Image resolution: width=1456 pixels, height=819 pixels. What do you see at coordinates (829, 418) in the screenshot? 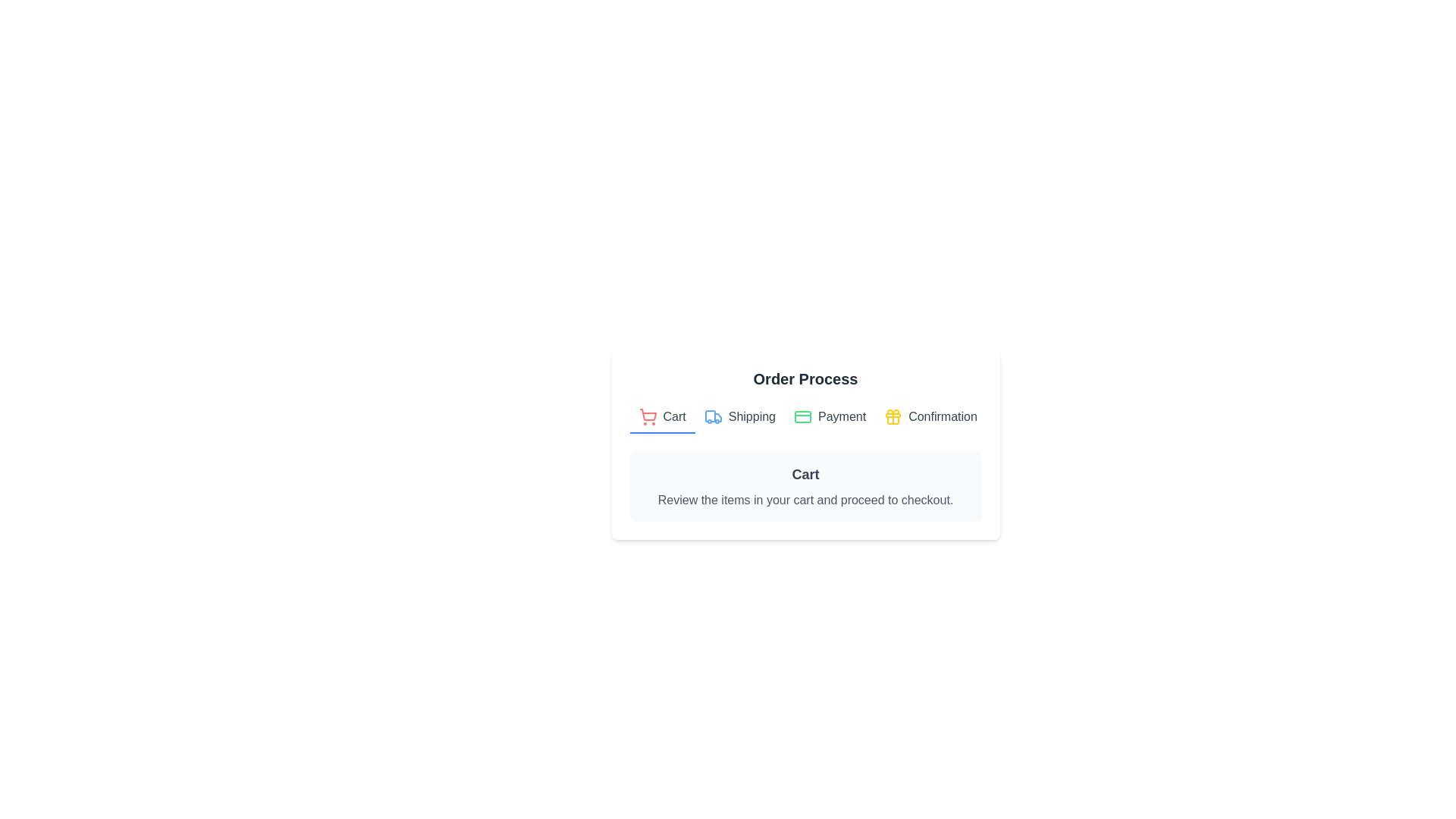
I see `the Payment tab to navigate to the corresponding step` at bounding box center [829, 418].